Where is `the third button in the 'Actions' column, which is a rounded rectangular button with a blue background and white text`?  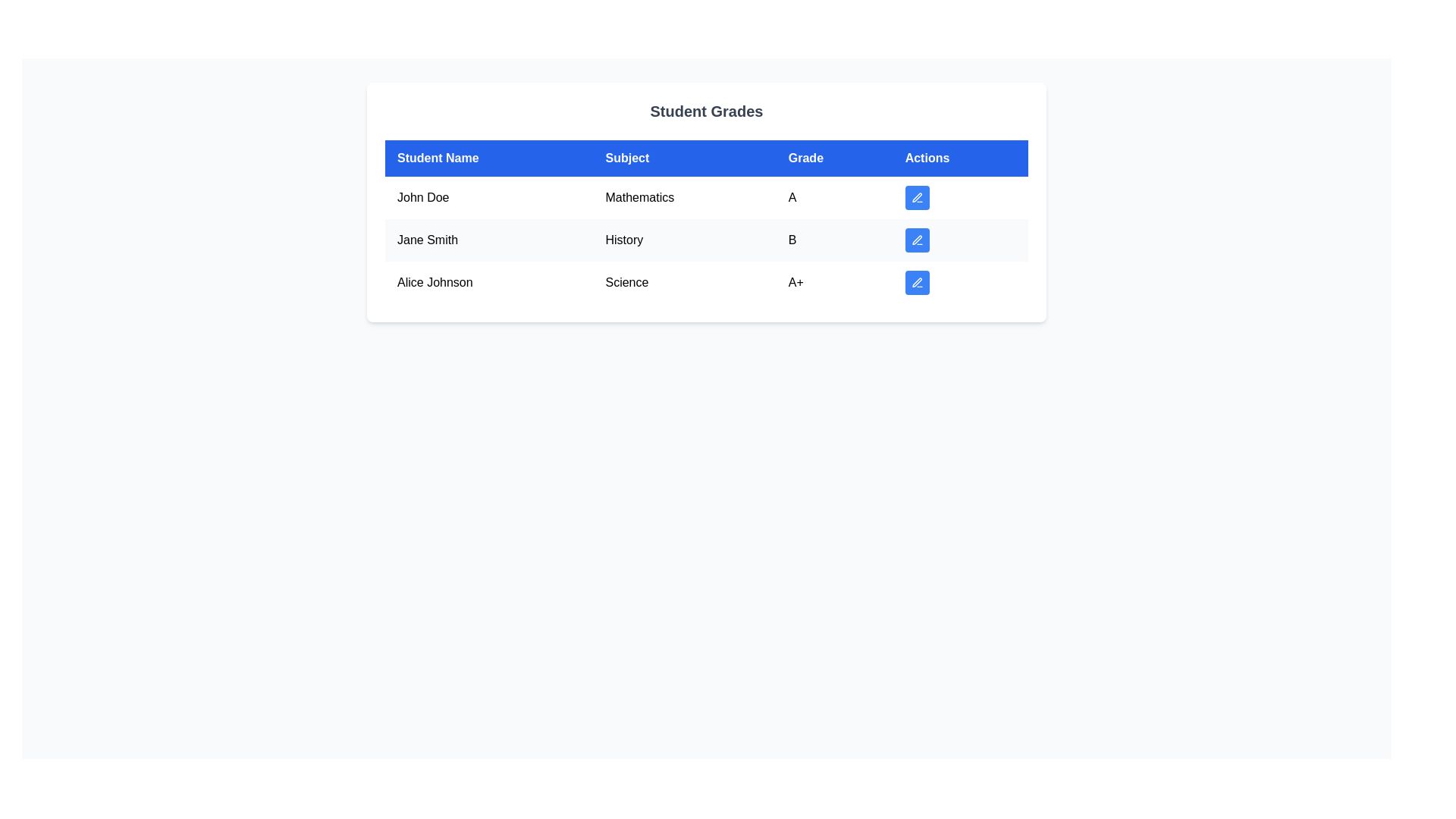 the third button in the 'Actions' column, which is a rounded rectangular button with a blue background and white text is located at coordinates (916, 283).